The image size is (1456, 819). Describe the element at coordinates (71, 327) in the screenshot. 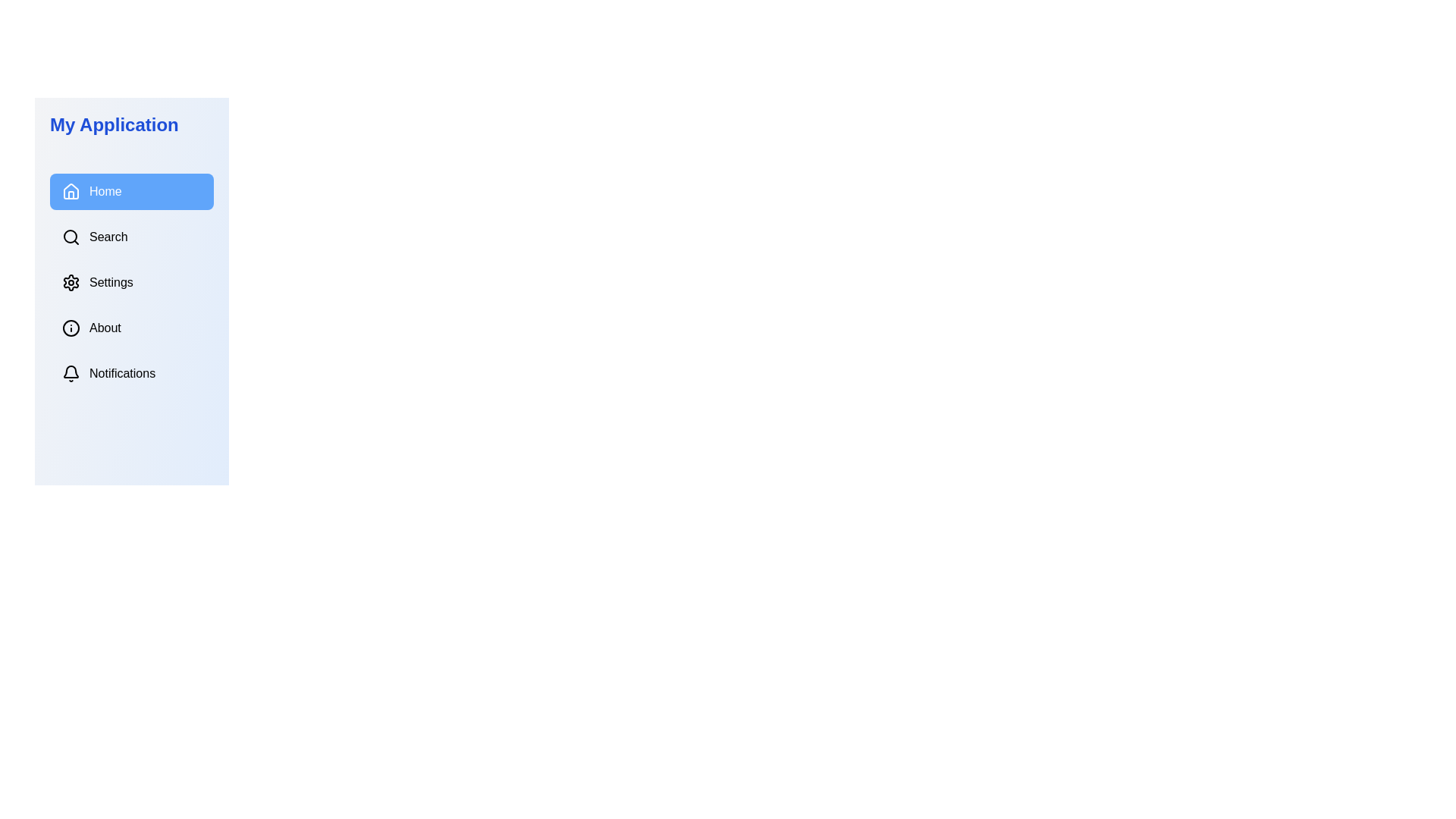

I see `the circular icon representing the 'About' menu option, which is styled with a black border and located next to the text 'About'` at that location.